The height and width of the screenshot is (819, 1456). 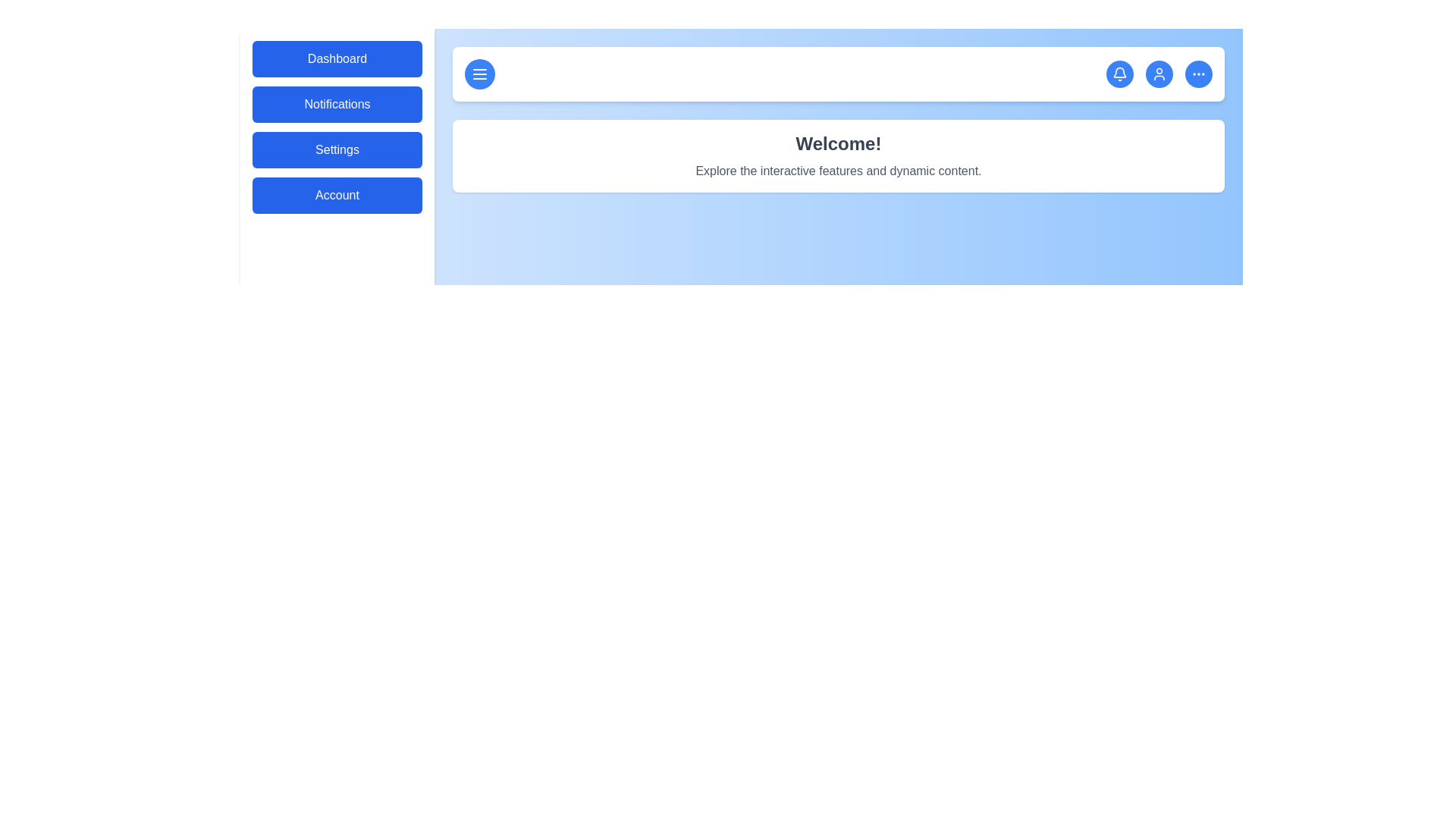 What do you see at coordinates (1197, 74) in the screenshot?
I see `the 'more options' icon in the header` at bounding box center [1197, 74].